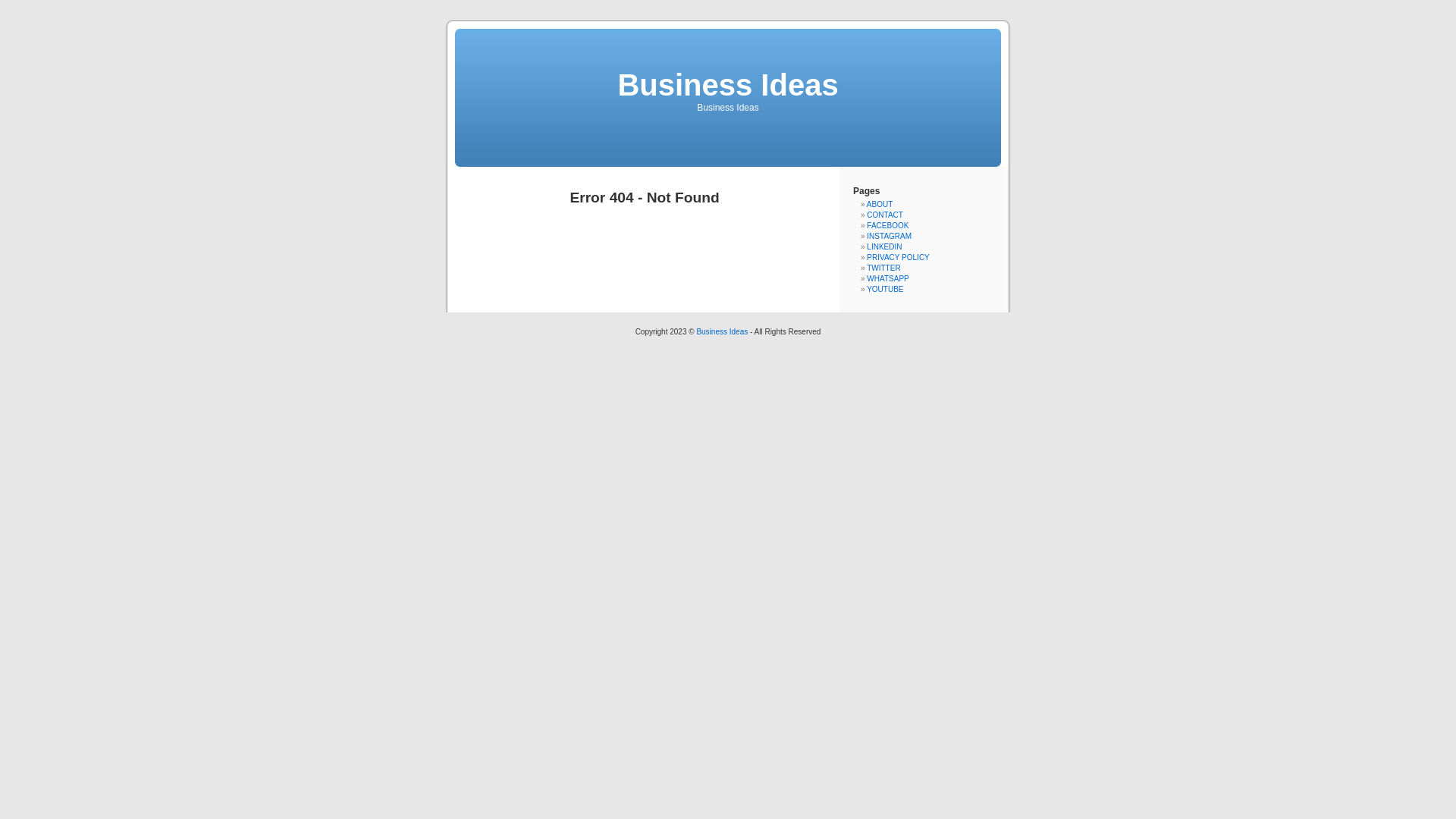 The width and height of the screenshot is (1456, 819). What do you see at coordinates (884, 215) in the screenshot?
I see `'CONTACT'` at bounding box center [884, 215].